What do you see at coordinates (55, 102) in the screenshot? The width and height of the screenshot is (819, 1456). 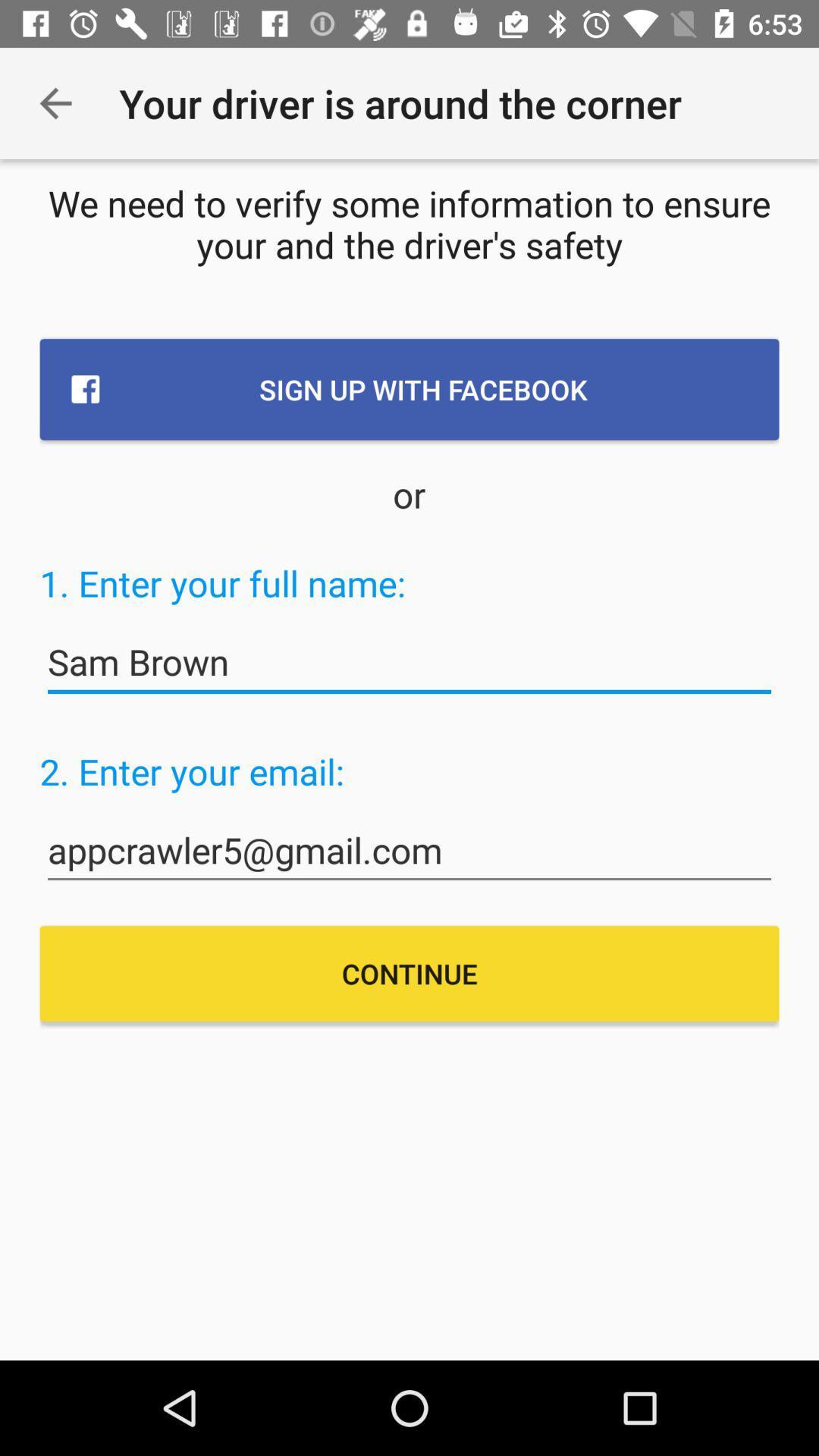 I see `icon to the left of the your driver is item` at bounding box center [55, 102].